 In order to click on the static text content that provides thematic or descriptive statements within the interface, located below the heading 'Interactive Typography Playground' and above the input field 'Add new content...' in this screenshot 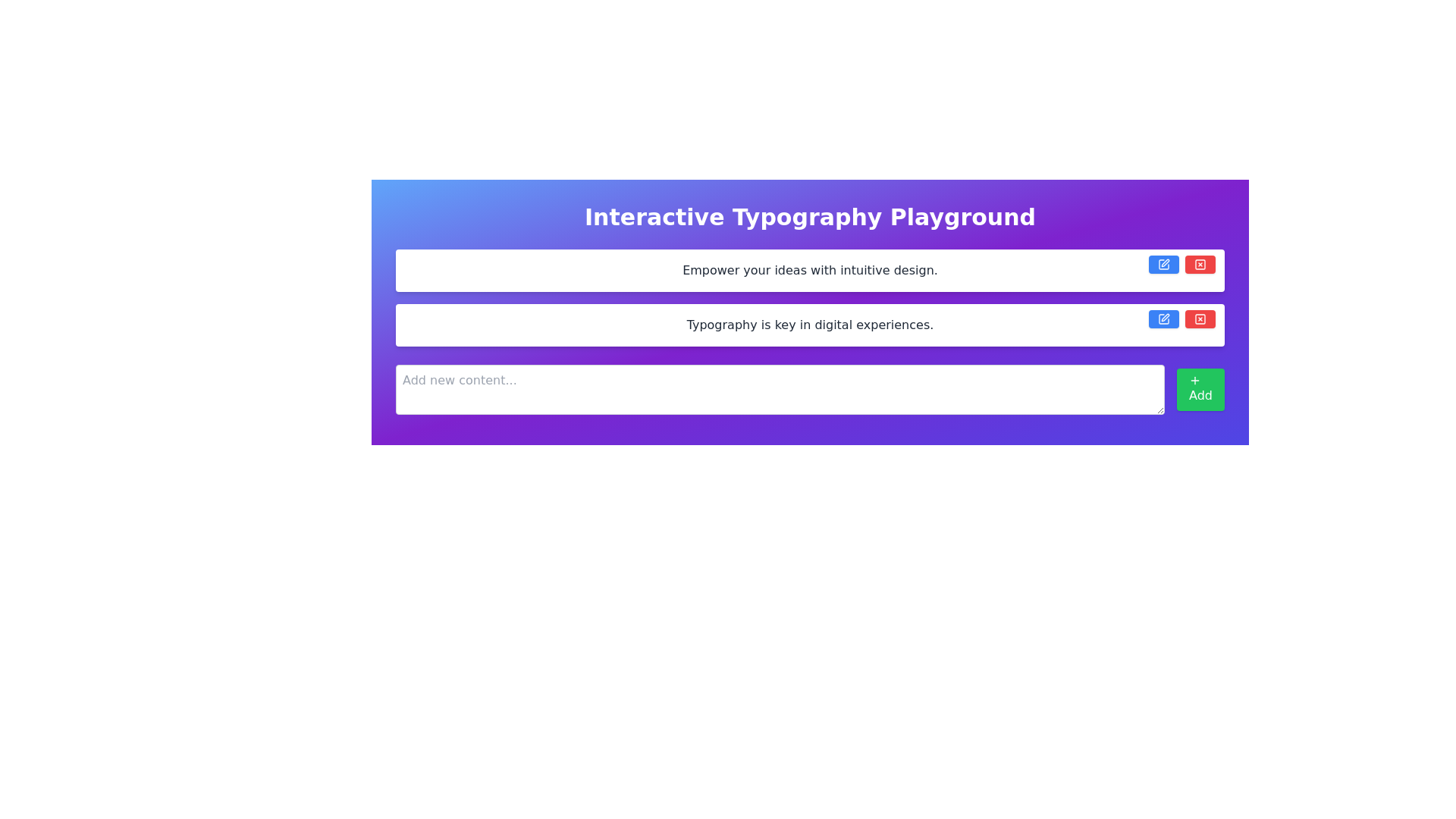, I will do `click(809, 324)`.